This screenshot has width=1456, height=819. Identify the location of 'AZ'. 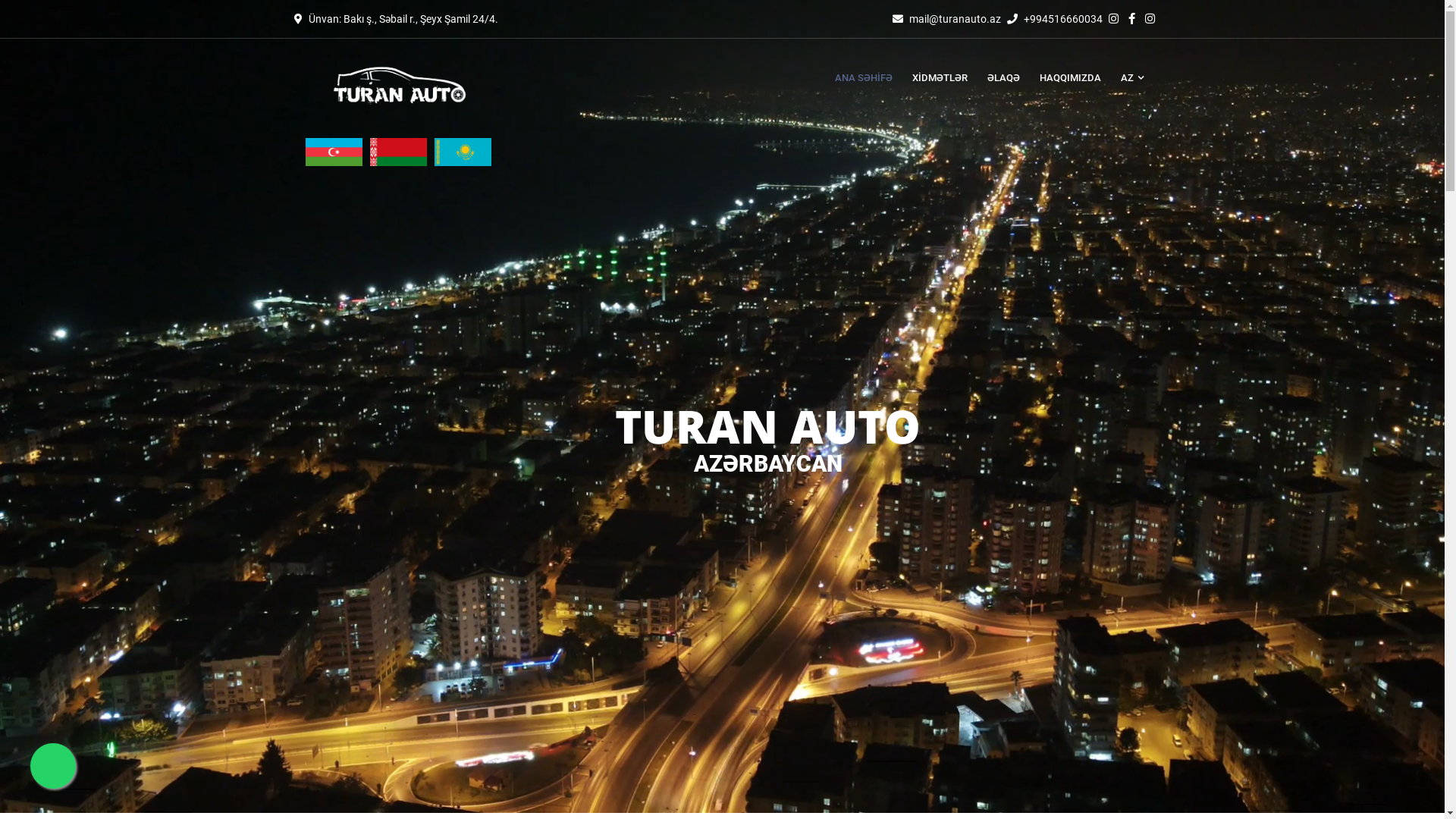
(1126, 78).